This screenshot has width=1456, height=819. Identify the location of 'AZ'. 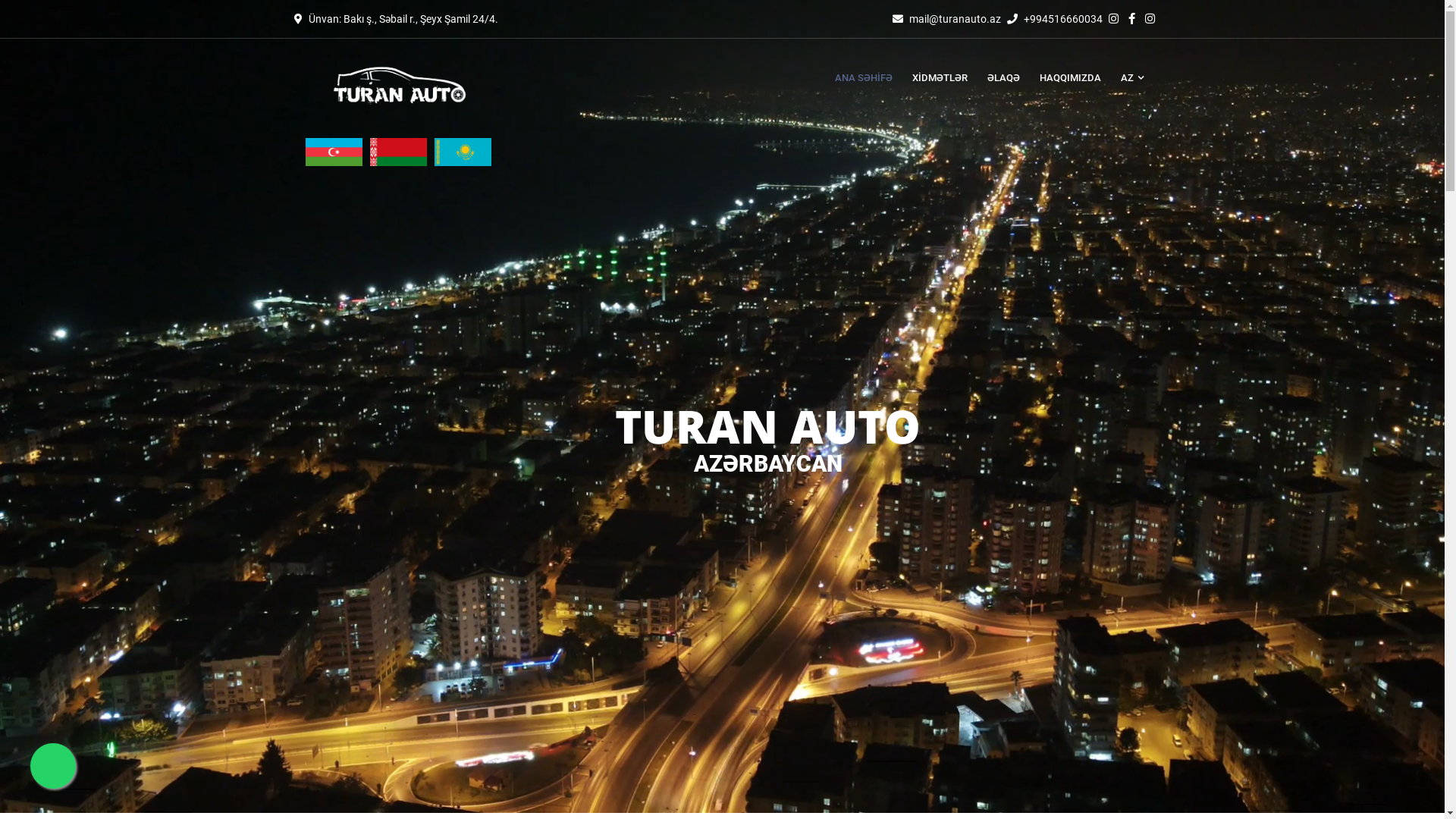
(1126, 78).